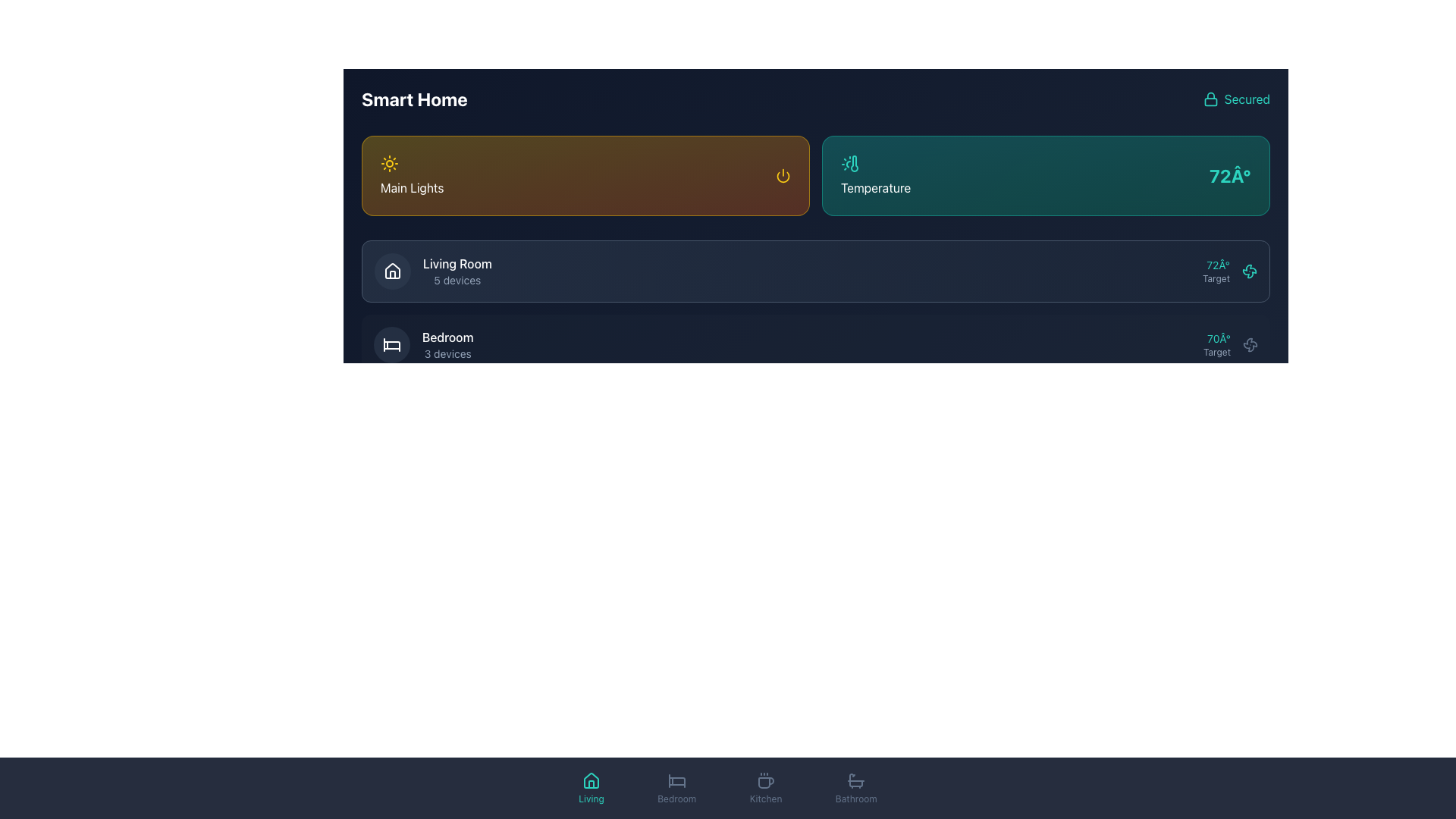 Image resolution: width=1456 pixels, height=819 pixels. What do you see at coordinates (766, 798) in the screenshot?
I see `the static text label that indicates the kitchen section, located at the bottom center of the page under the coffee mug icon in the navigation bar` at bounding box center [766, 798].